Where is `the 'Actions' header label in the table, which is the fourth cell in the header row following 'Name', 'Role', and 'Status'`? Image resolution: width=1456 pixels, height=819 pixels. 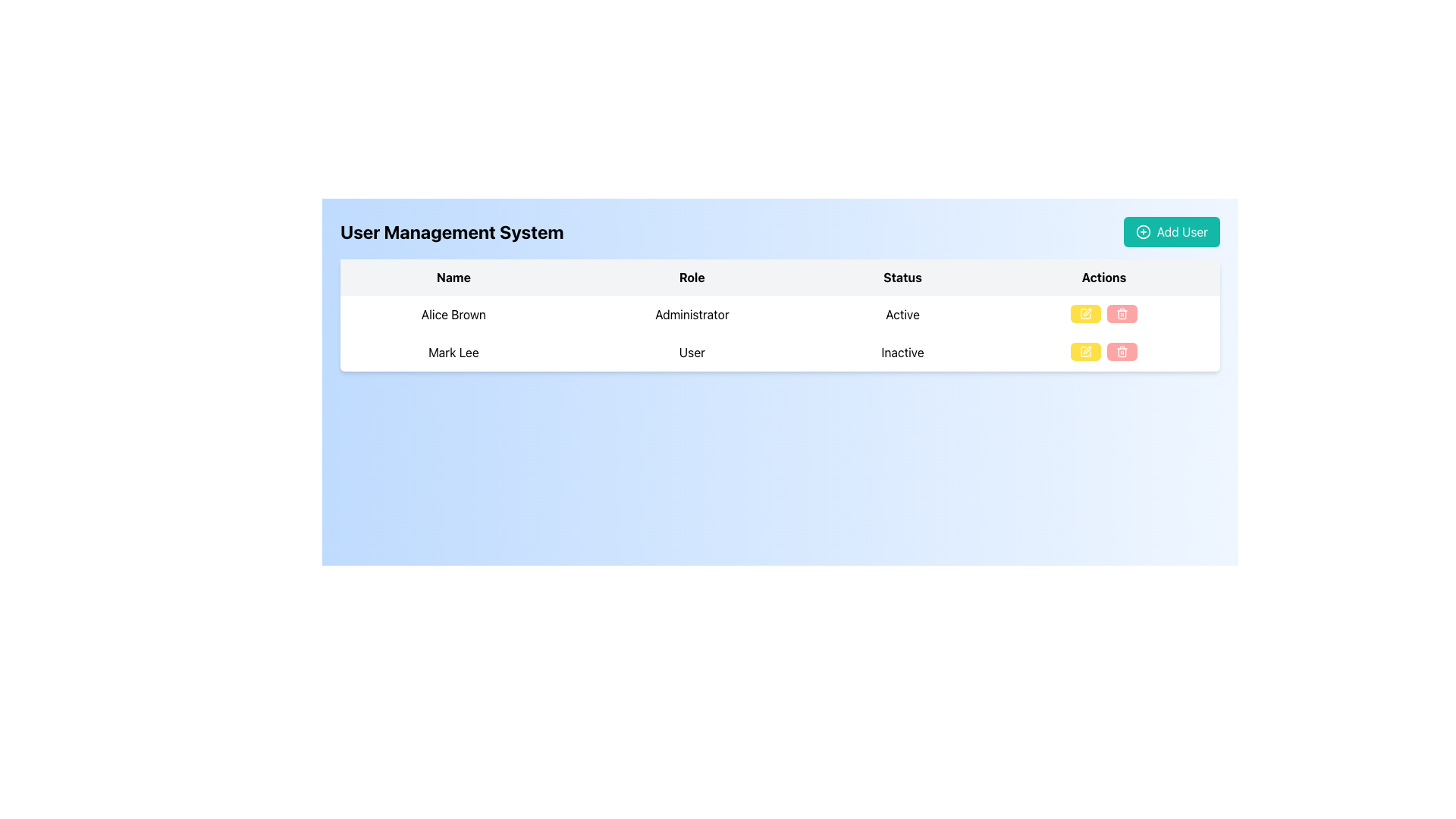
the 'Actions' header label in the table, which is the fourth cell in the header row following 'Name', 'Role', and 'Status' is located at coordinates (1103, 278).